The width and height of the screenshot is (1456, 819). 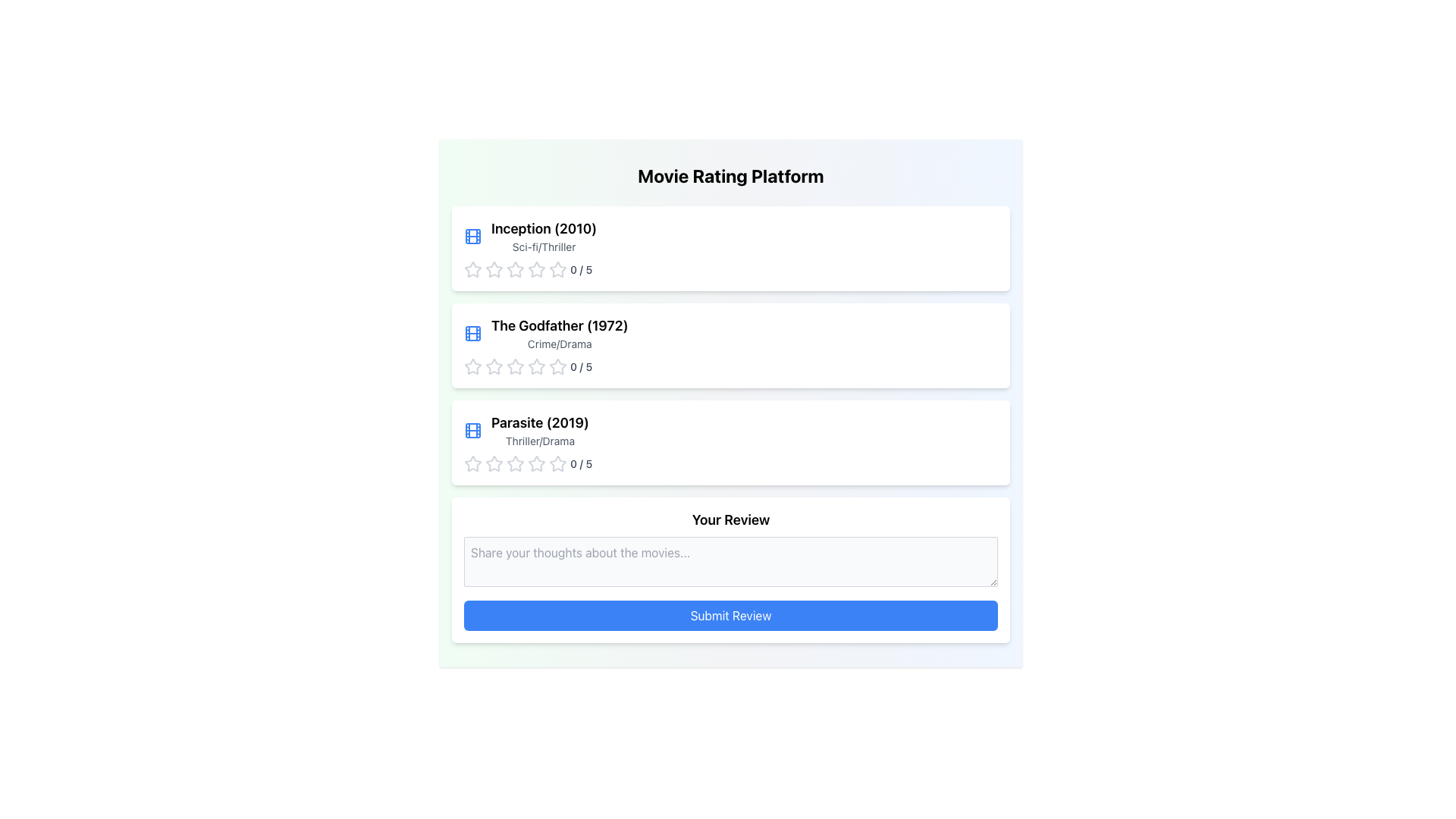 What do you see at coordinates (472, 268) in the screenshot?
I see `the first hollow star icon to assign a one-star rating for the movie 'Inception (2010)'` at bounding box center [472, 268].